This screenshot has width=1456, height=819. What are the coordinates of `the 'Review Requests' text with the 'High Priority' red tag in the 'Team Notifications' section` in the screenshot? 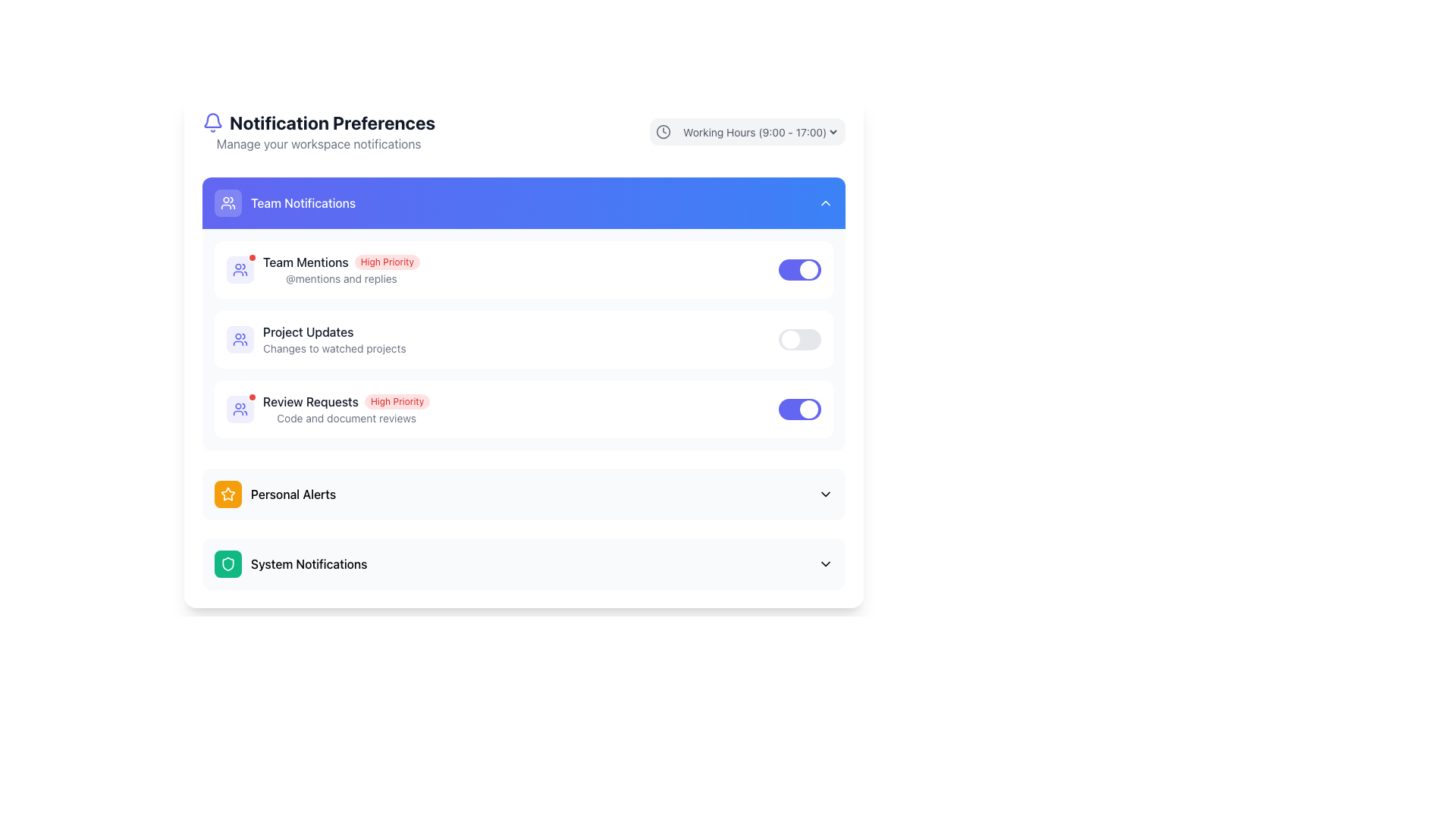 It's located at (346, 400).